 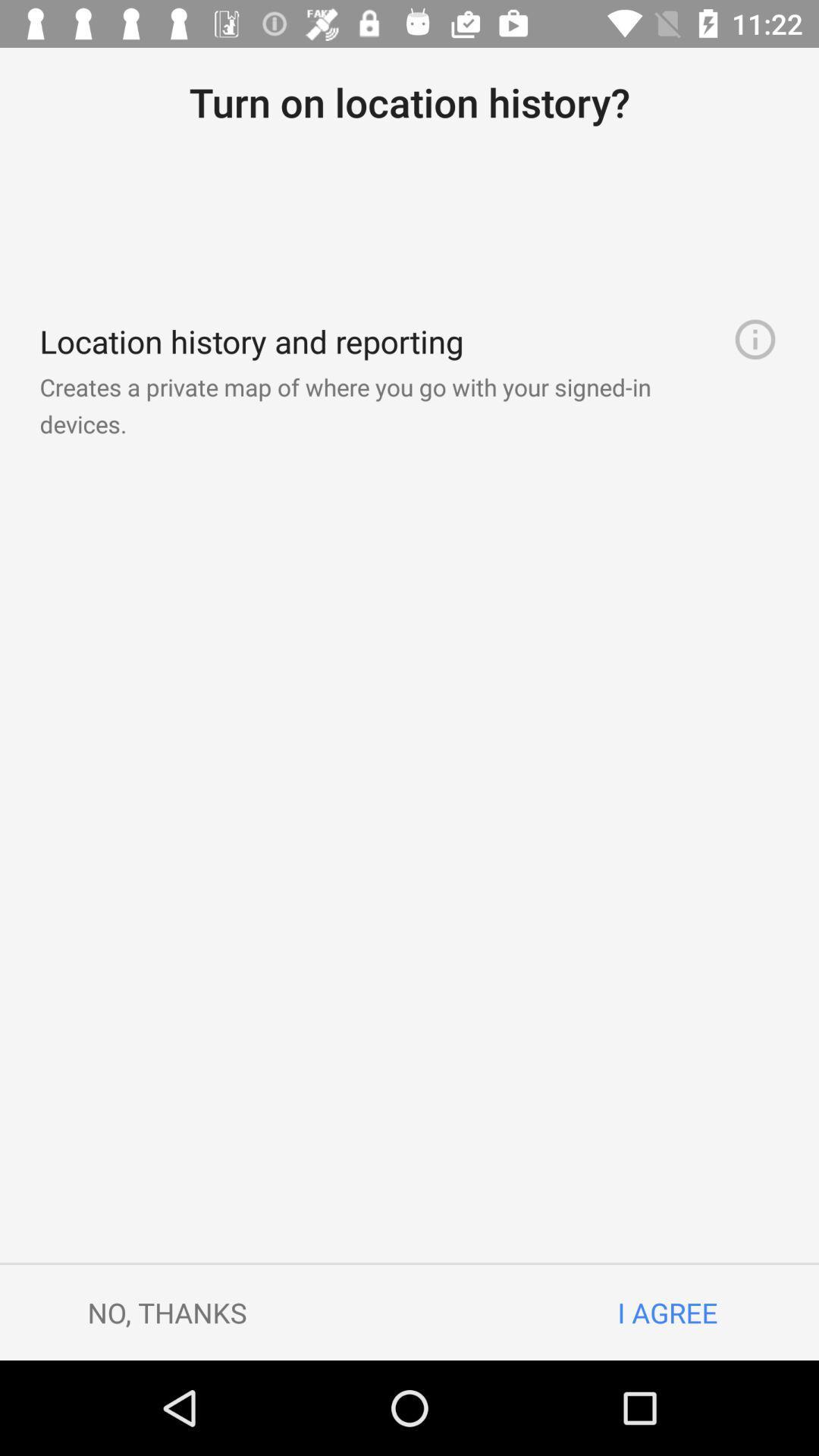 What do you see at coordinates (167, 1312) in the screenshot?
I see `the no, thanks icon` at bounding box center [167, 1312].